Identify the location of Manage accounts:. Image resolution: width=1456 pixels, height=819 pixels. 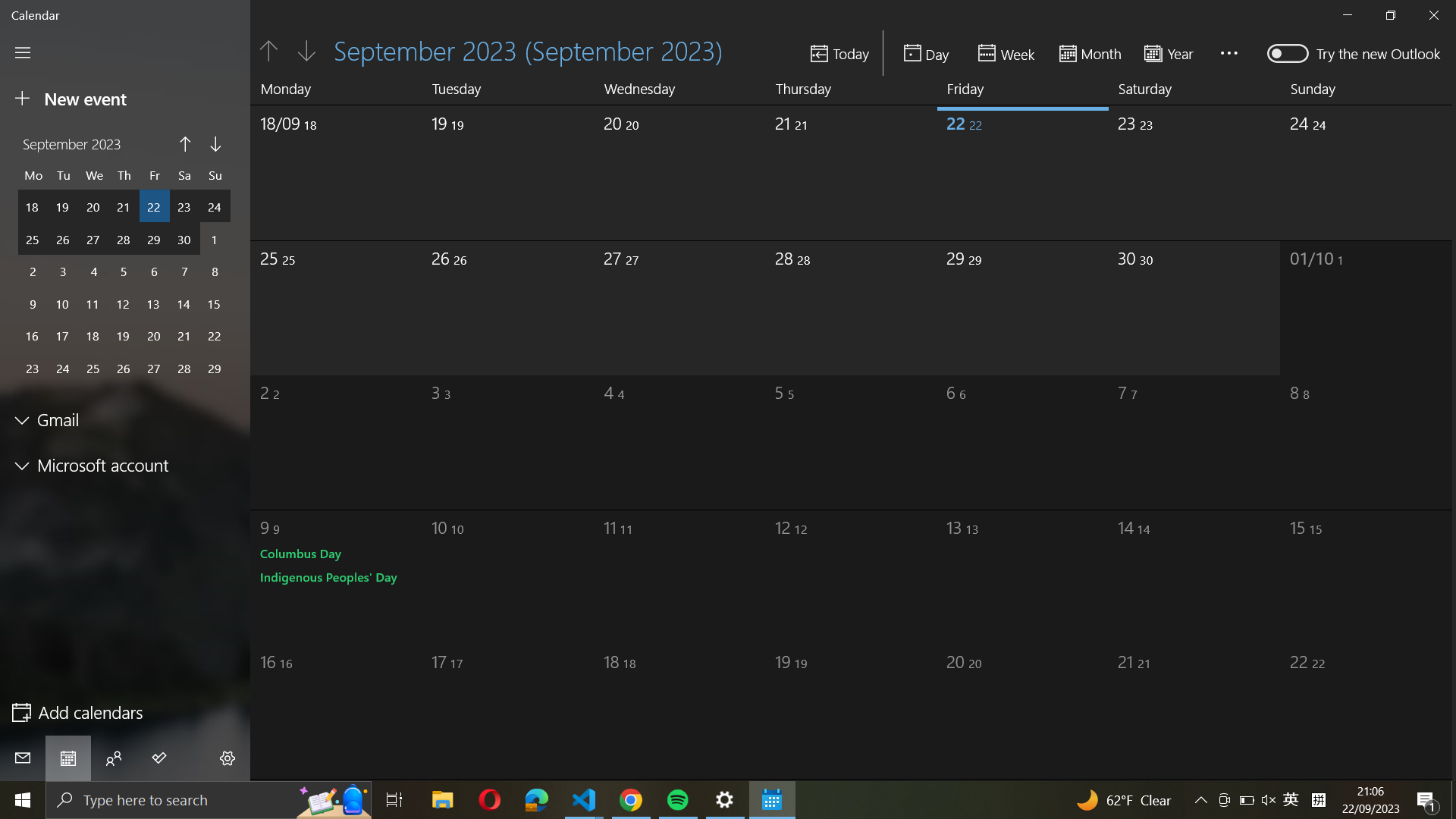
(227, 760).